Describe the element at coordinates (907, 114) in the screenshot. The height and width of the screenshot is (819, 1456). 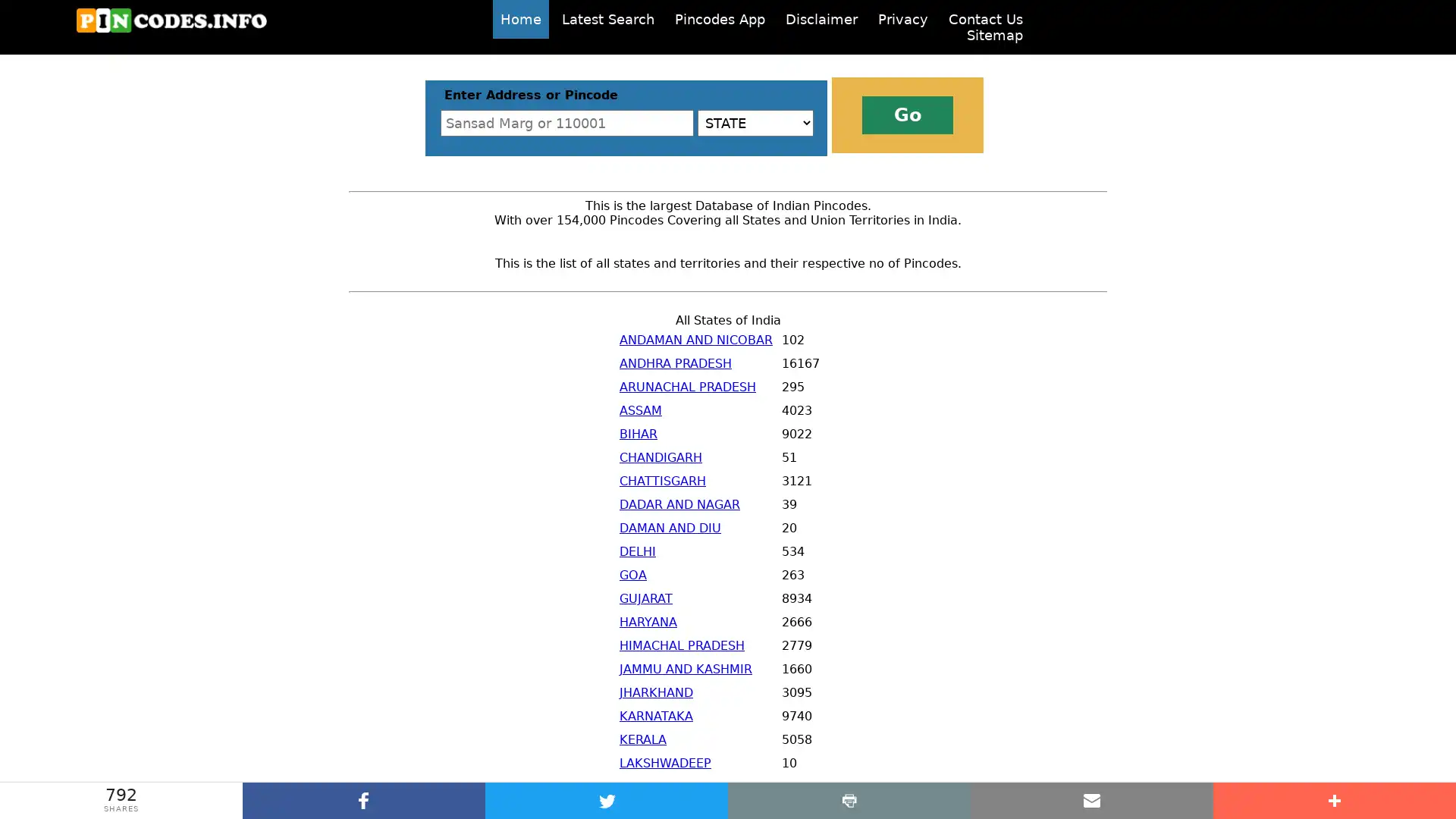
I see `Go` at that location.